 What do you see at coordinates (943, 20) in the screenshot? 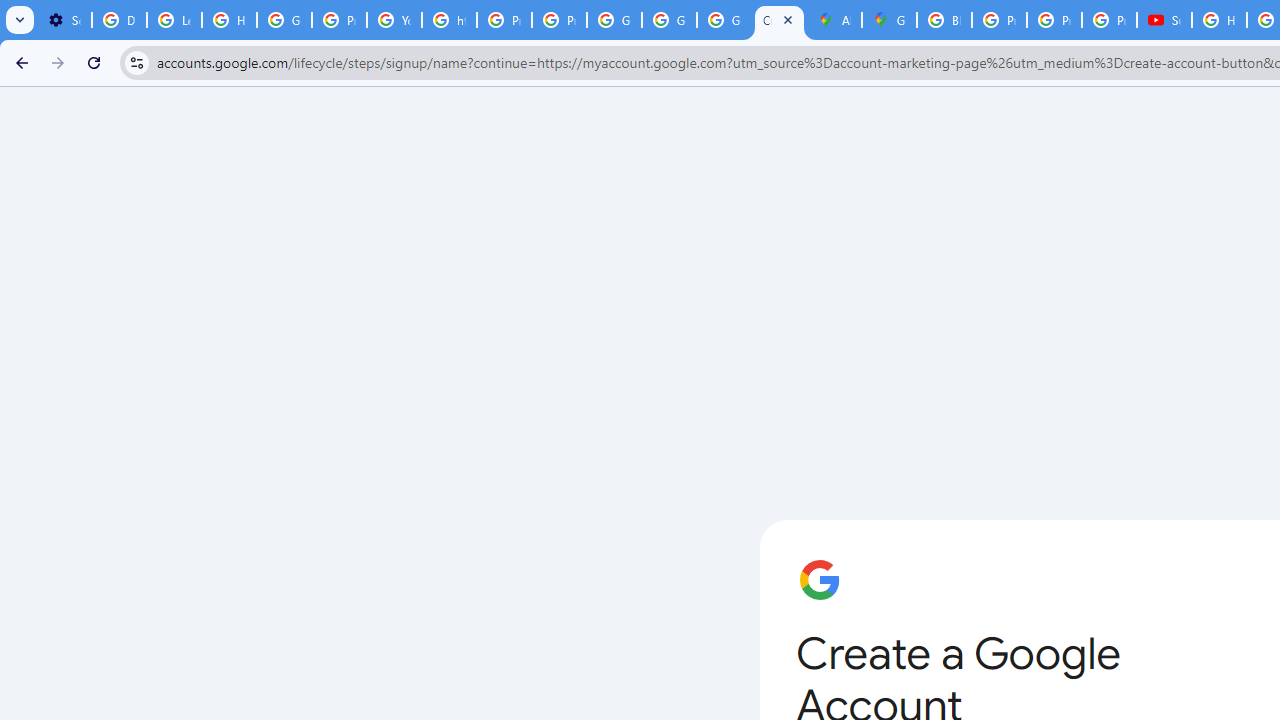
I see `'Blogger Policies and Guidelines - Transparency Center'` at bounding box center [943, 20].